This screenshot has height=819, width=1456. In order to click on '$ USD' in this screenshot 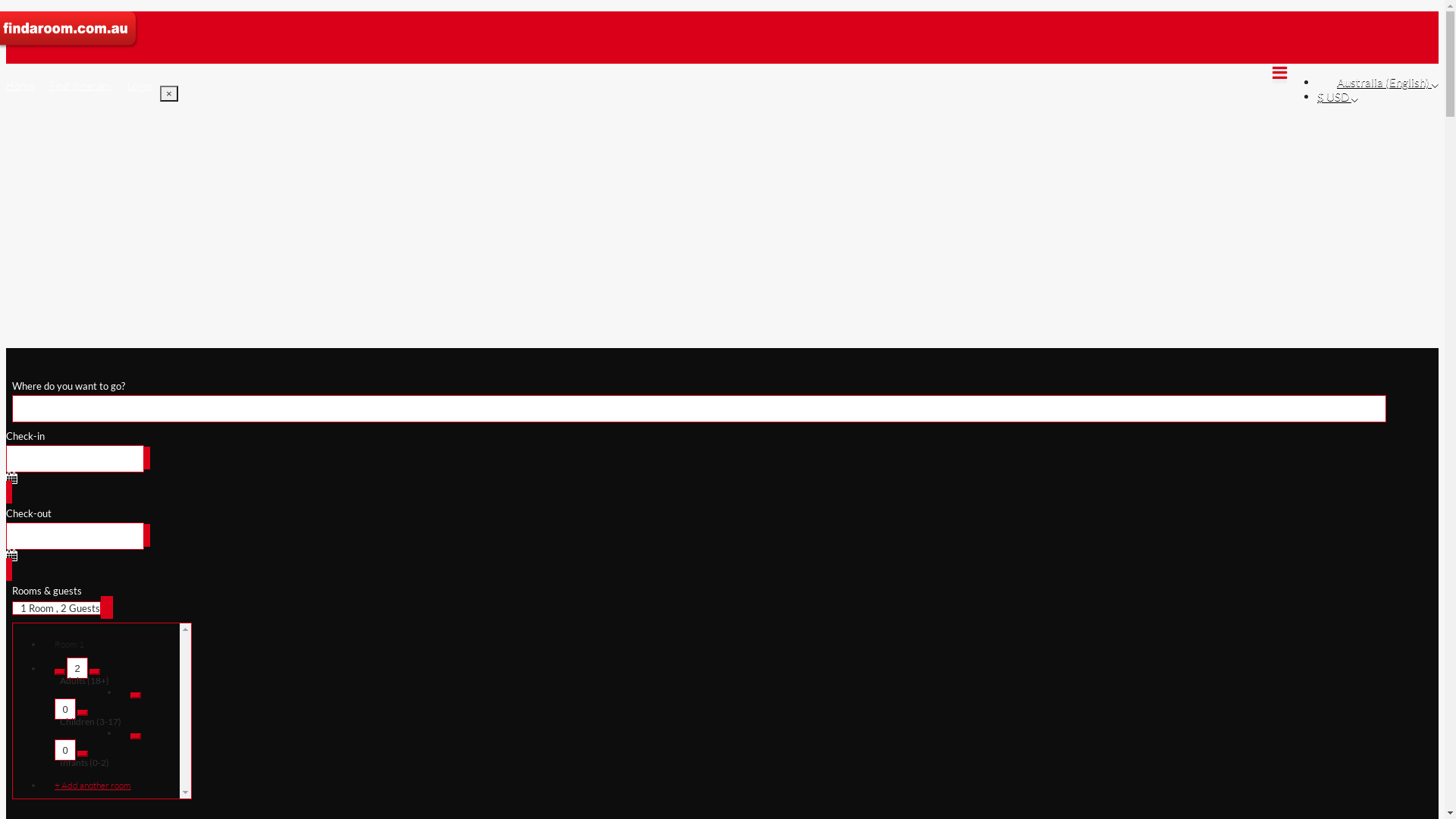, I will do `click(1316, 96)`.